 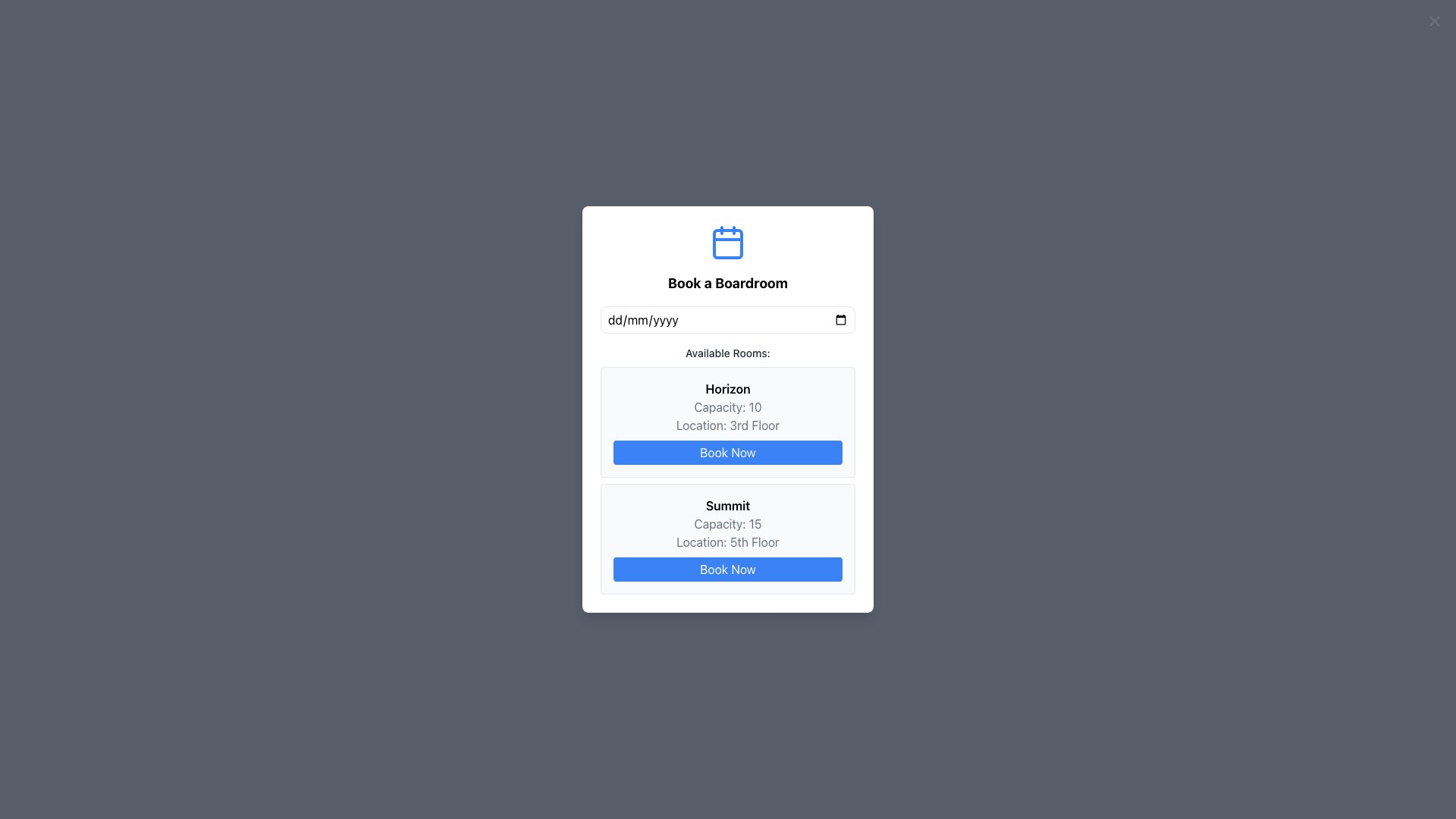 I want to click on the bold text label reading 'Book a Boardroom' which is prominently displayed near the top of the section, located below a calendar icon and above a date input field, so click(x=728, y=284).